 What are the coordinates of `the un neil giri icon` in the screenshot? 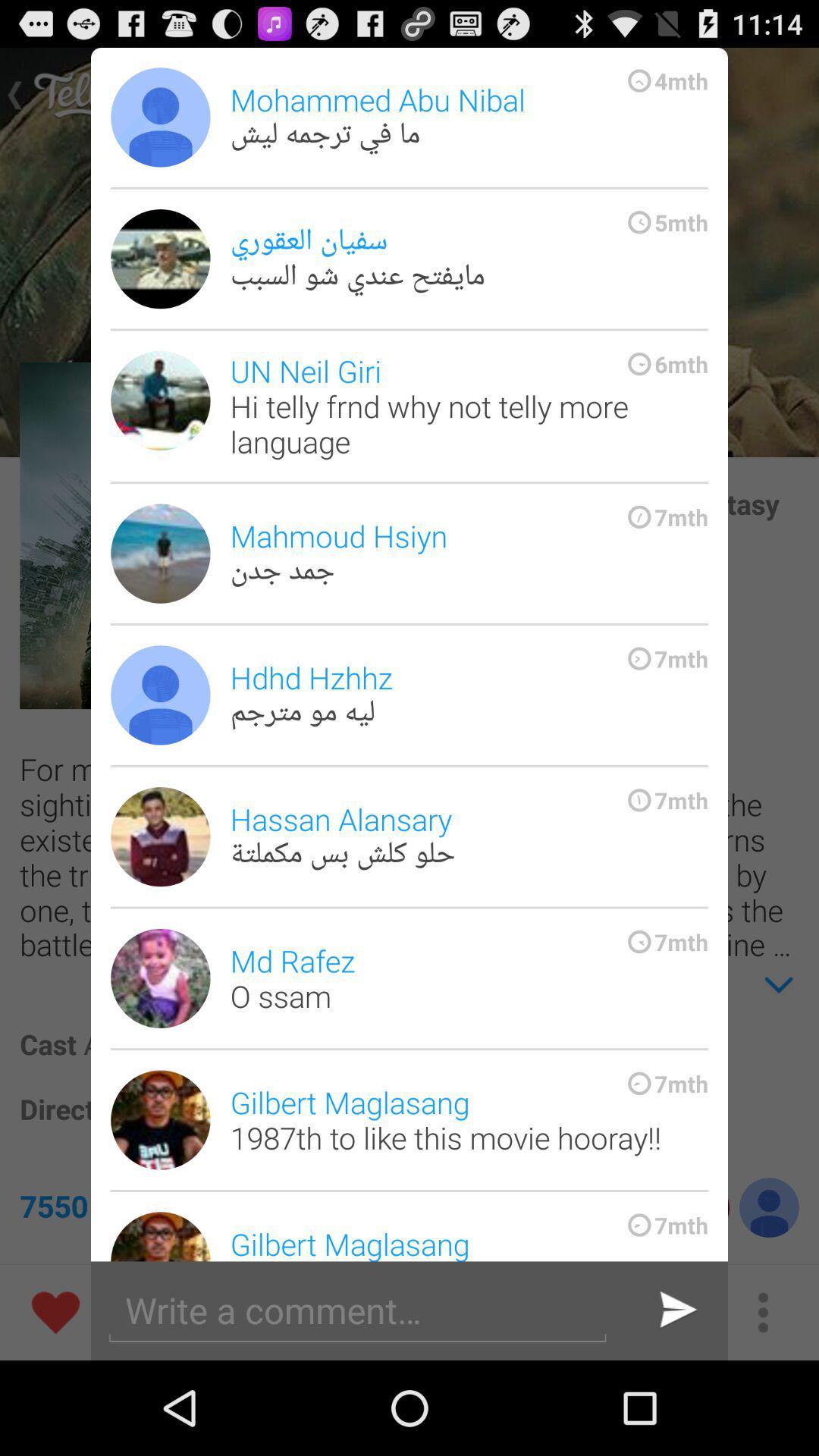 It's located at (468, 406).